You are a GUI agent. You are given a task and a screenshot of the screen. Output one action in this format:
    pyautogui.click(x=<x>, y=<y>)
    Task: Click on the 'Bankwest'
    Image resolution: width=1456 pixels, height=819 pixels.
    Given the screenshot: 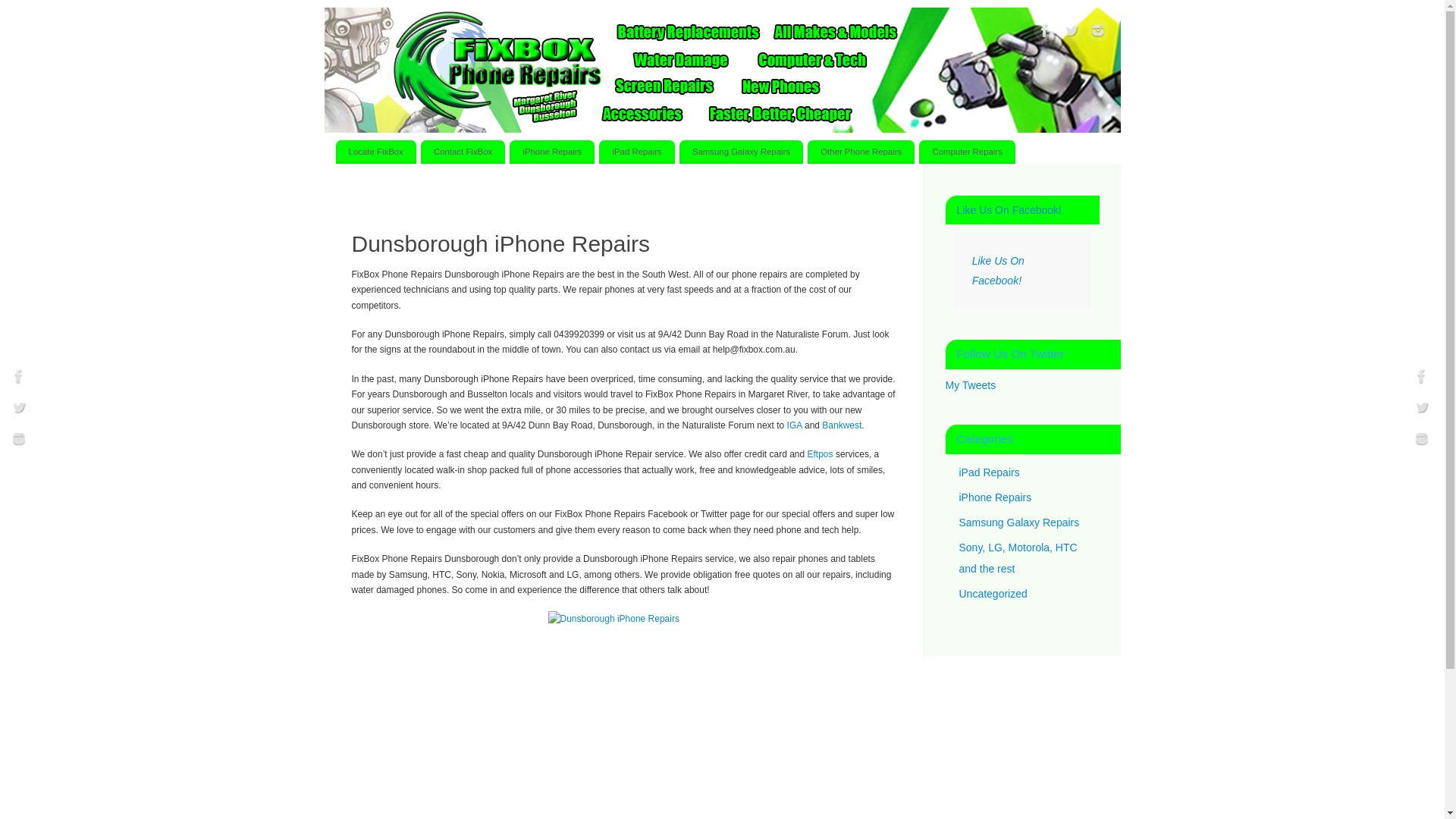 What is the action you would take?
    pyautogui.click(x=821, y=425)
    